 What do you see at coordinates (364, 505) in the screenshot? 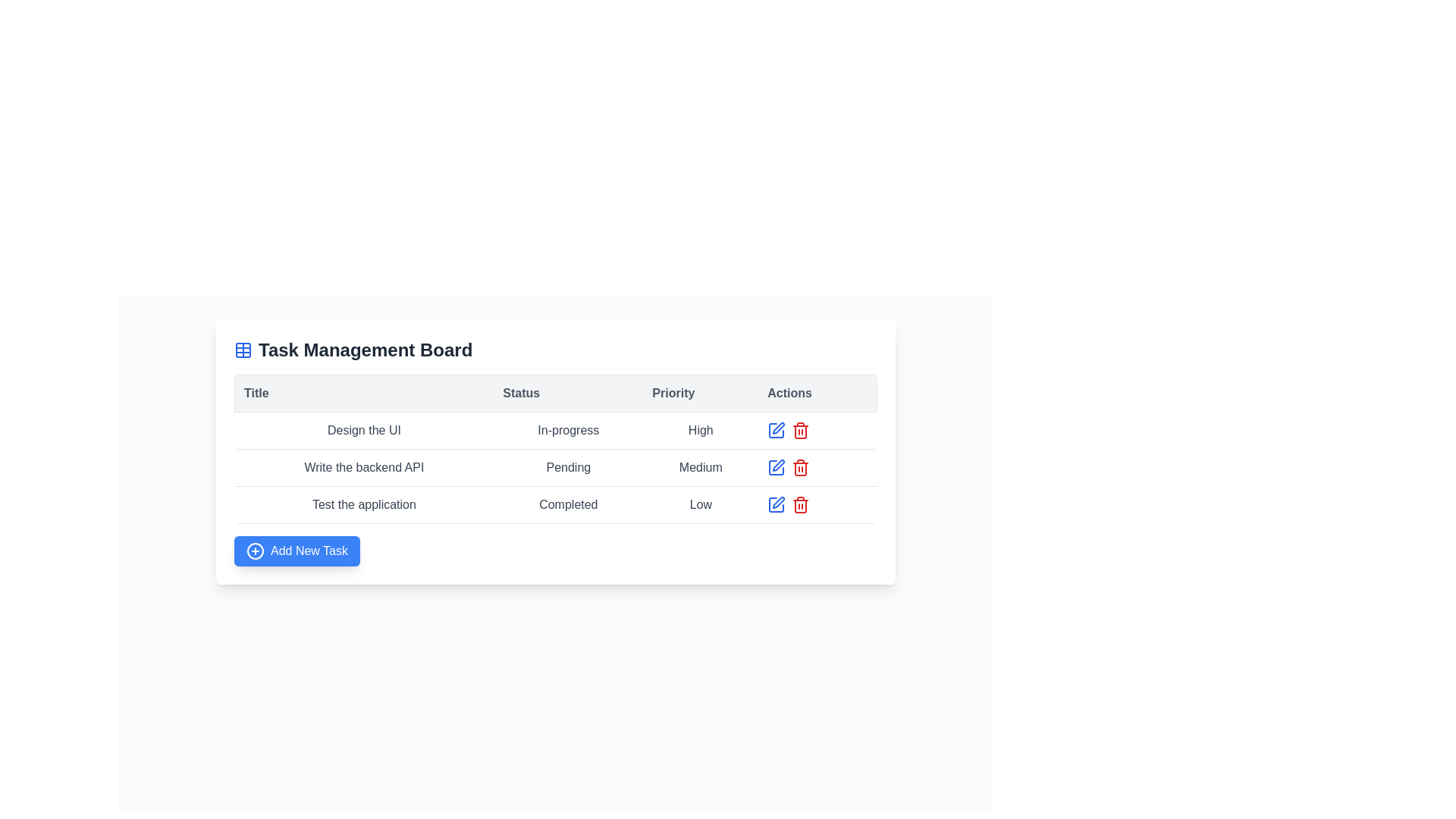
I see `the text label that contains the phrase 'Test the application', which is styled in gray and located in the third row under the 'Title' column of a structured table` at bounding box center [364, 505].